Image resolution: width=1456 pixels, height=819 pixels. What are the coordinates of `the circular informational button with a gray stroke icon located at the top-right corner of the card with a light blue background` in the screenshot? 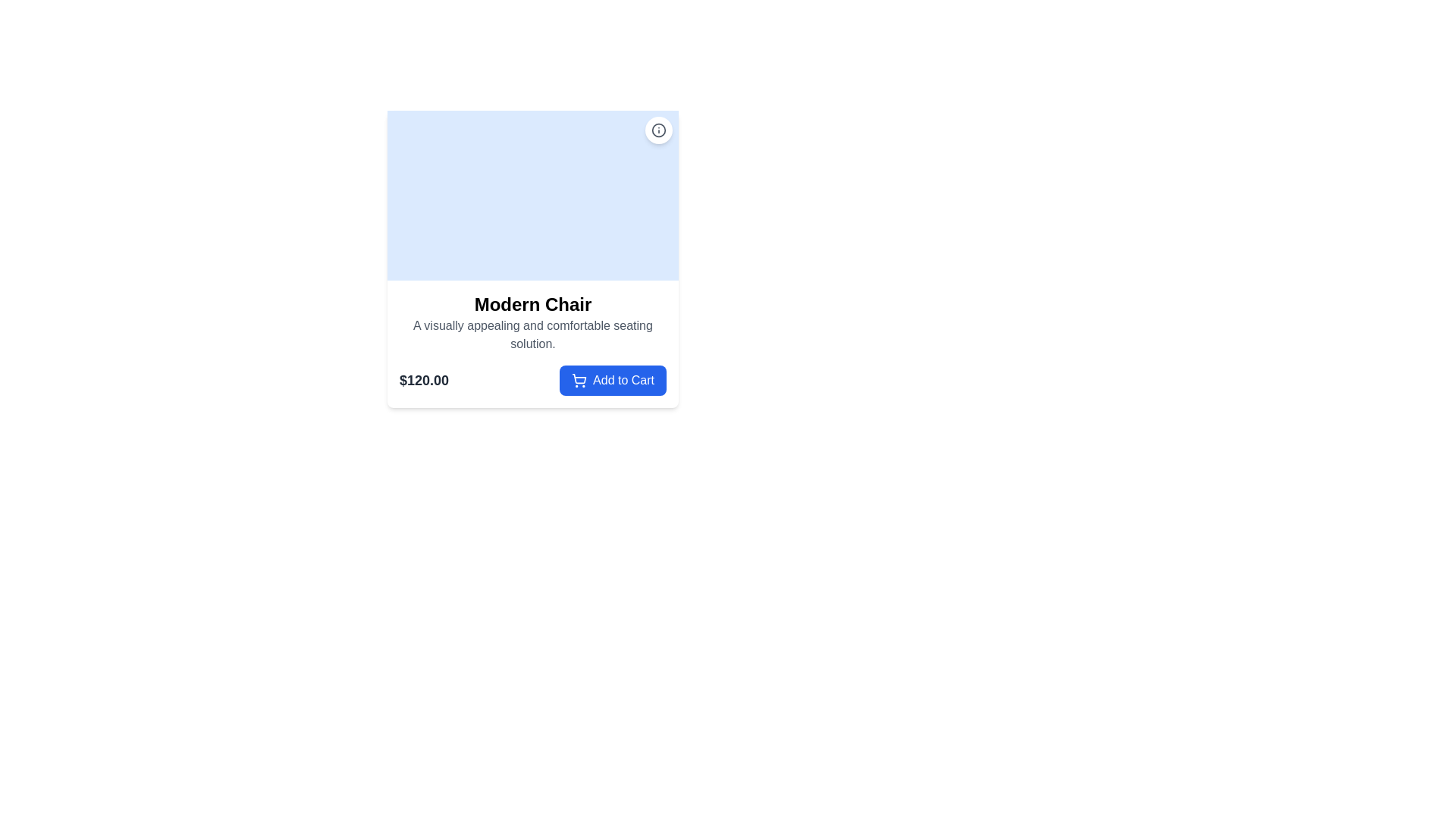 It's located at (658, 130).